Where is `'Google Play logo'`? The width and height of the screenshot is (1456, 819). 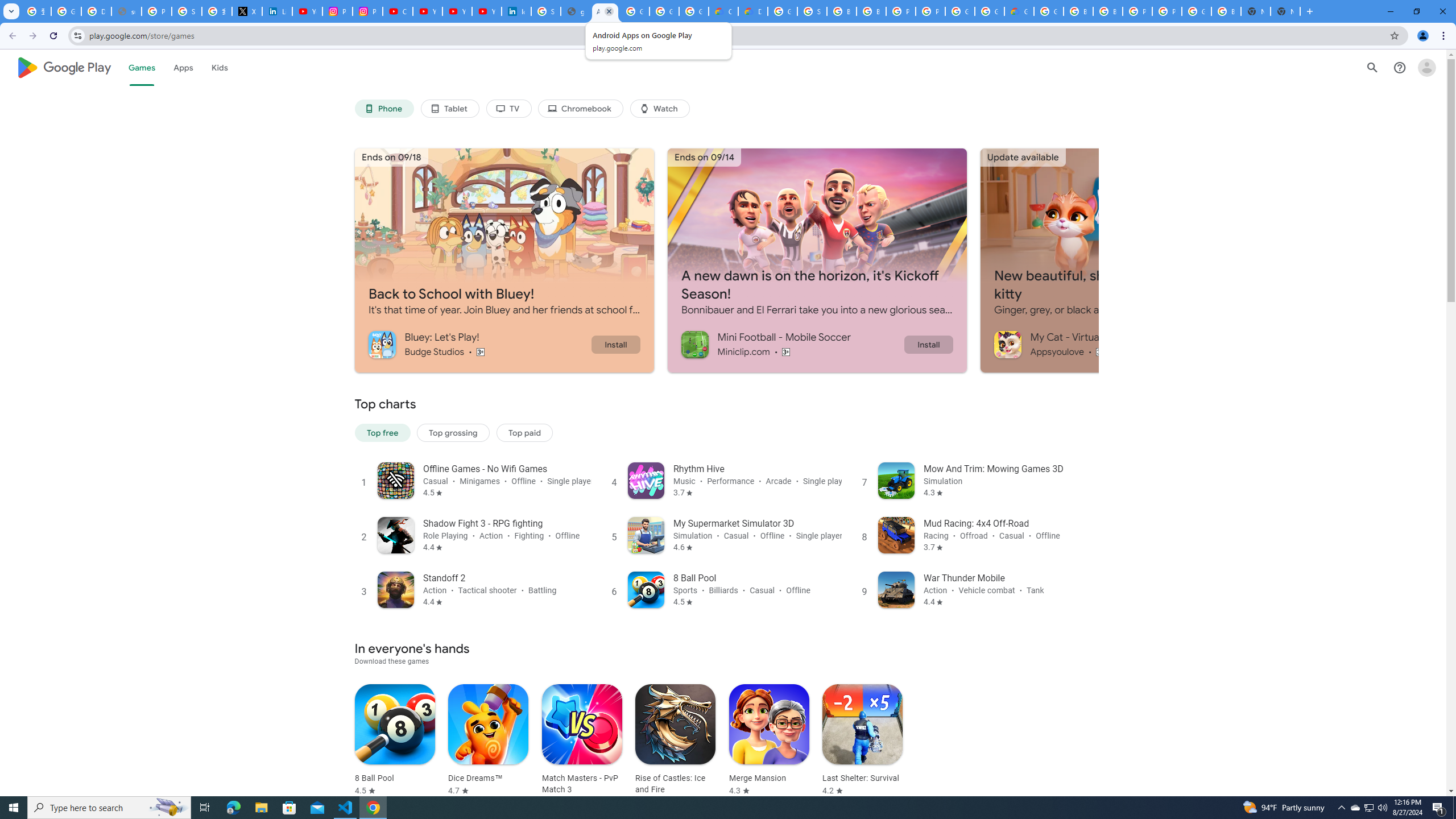
'Google Play logo' is located at coordinates (63, 67).